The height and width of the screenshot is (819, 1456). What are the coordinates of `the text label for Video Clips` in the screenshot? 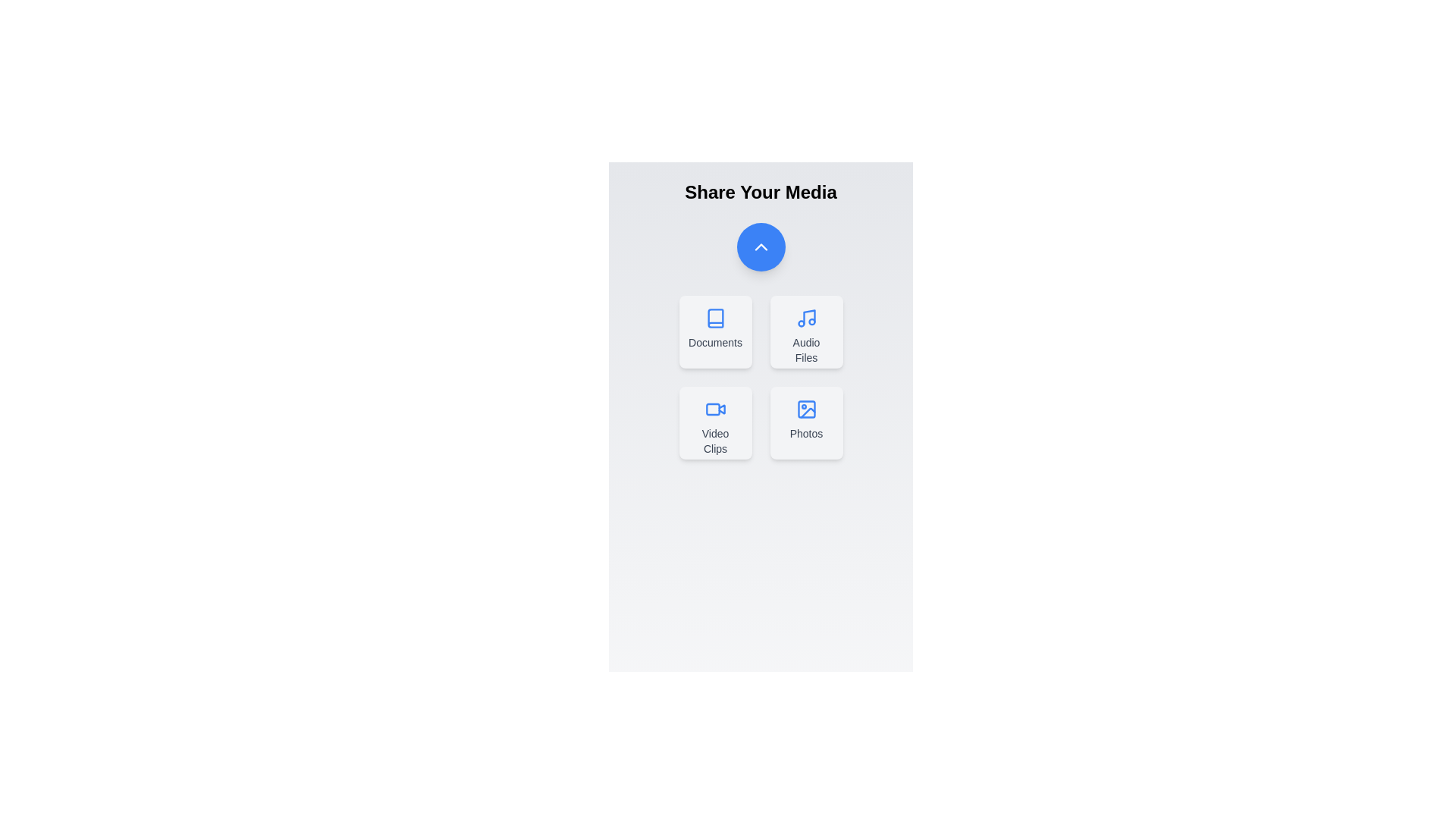 It's located at (714, 441).